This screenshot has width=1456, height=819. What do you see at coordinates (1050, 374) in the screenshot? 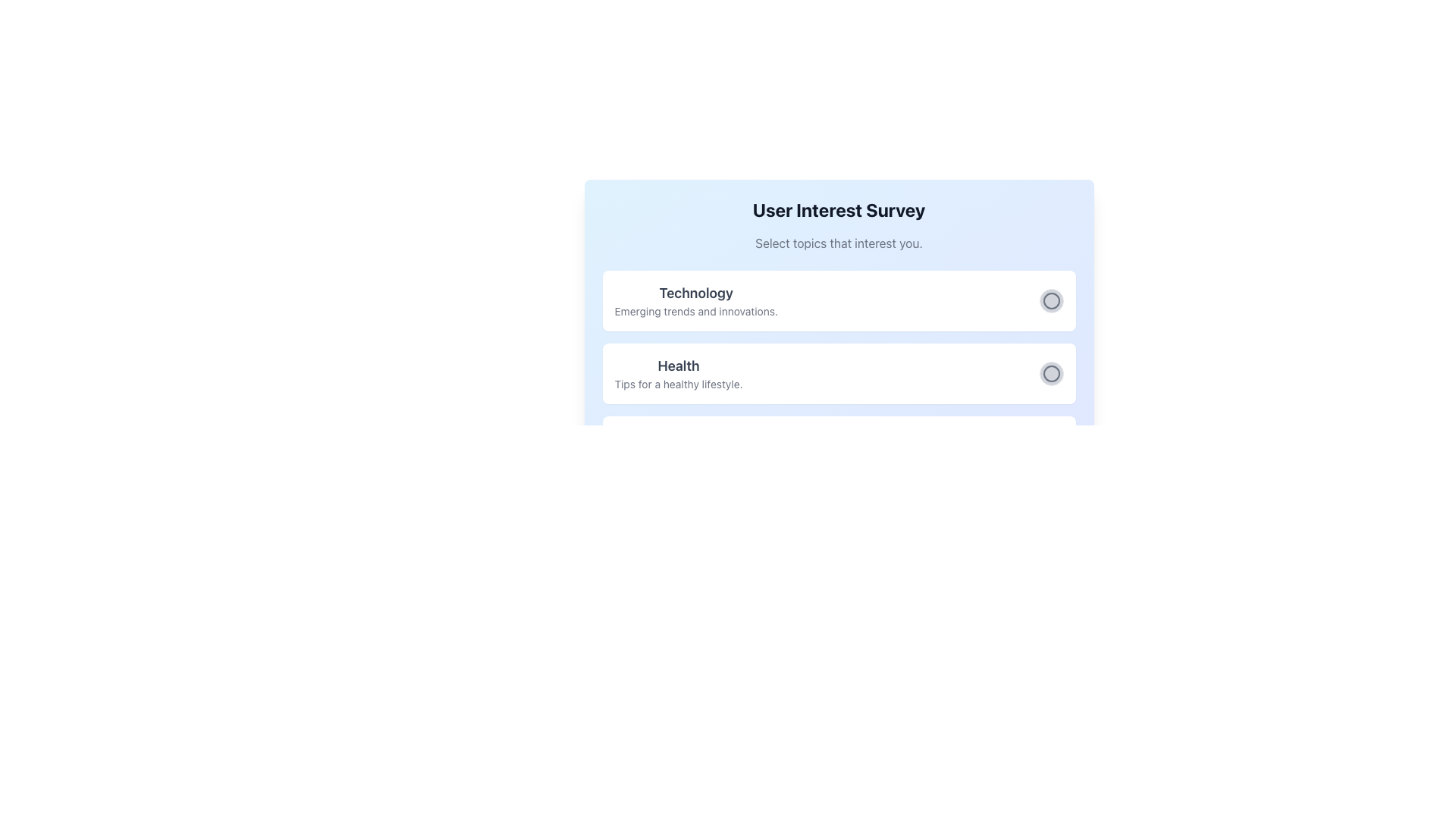
I see `the circular button with a gray background and light gray border, which contains a stroke-outline circle icon` at bounding box center [1050, 374].